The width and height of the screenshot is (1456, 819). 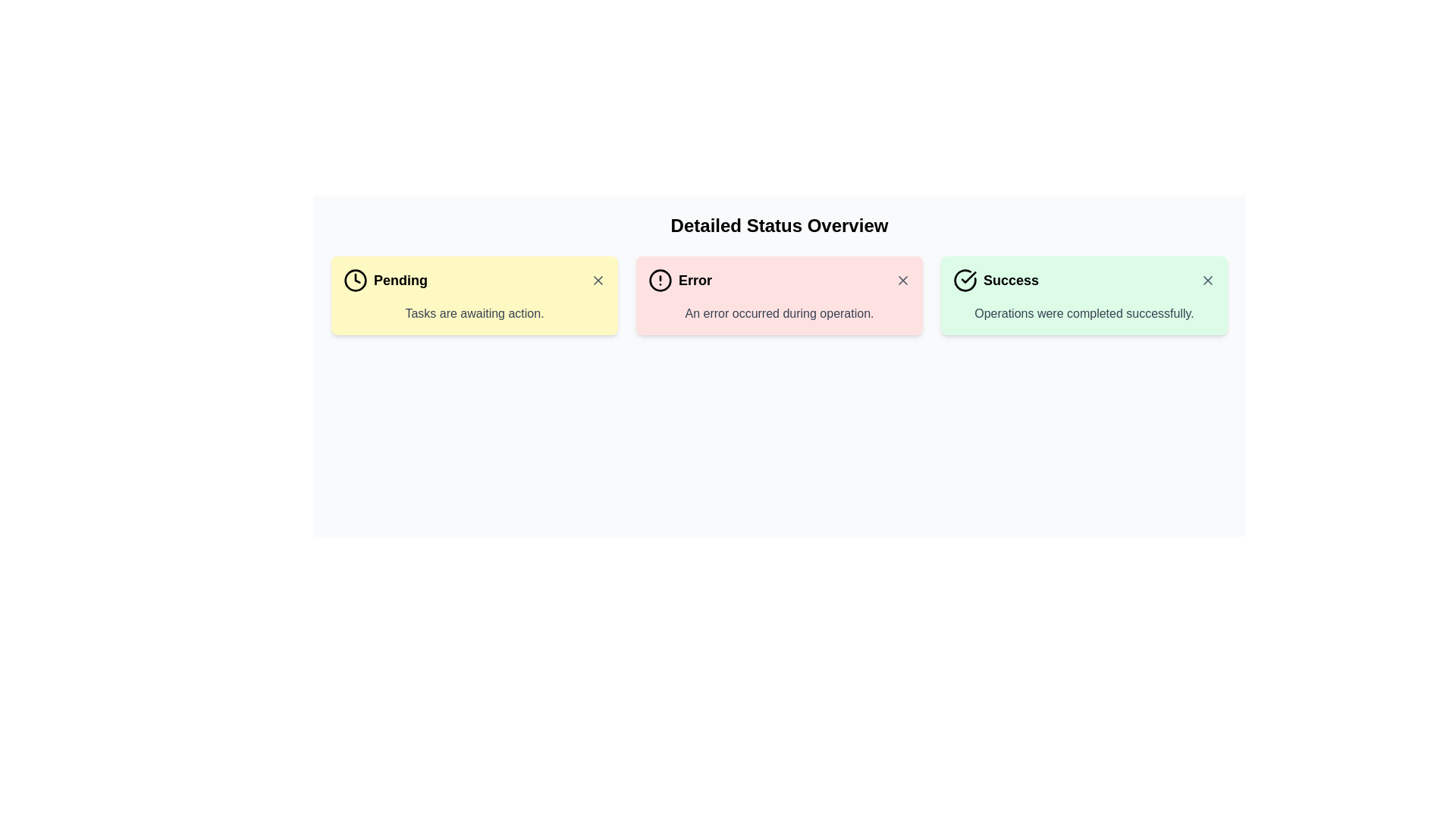 I want to click on the gray 'X' icon located at the top-right corner of the 'Pending' status card to observe its hover effect, so click(x=597, y=281).